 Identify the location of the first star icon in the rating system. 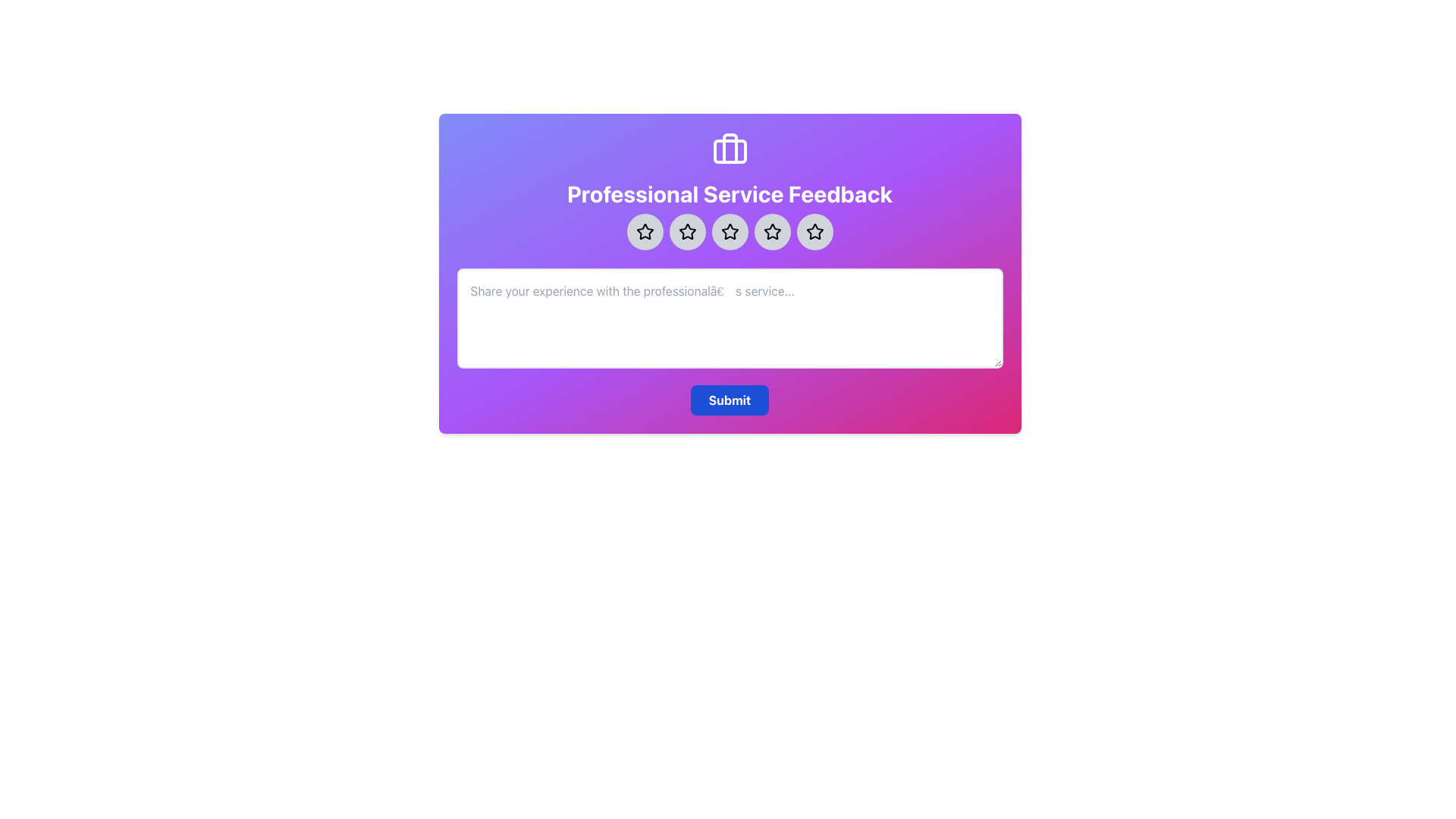
(645, 231).